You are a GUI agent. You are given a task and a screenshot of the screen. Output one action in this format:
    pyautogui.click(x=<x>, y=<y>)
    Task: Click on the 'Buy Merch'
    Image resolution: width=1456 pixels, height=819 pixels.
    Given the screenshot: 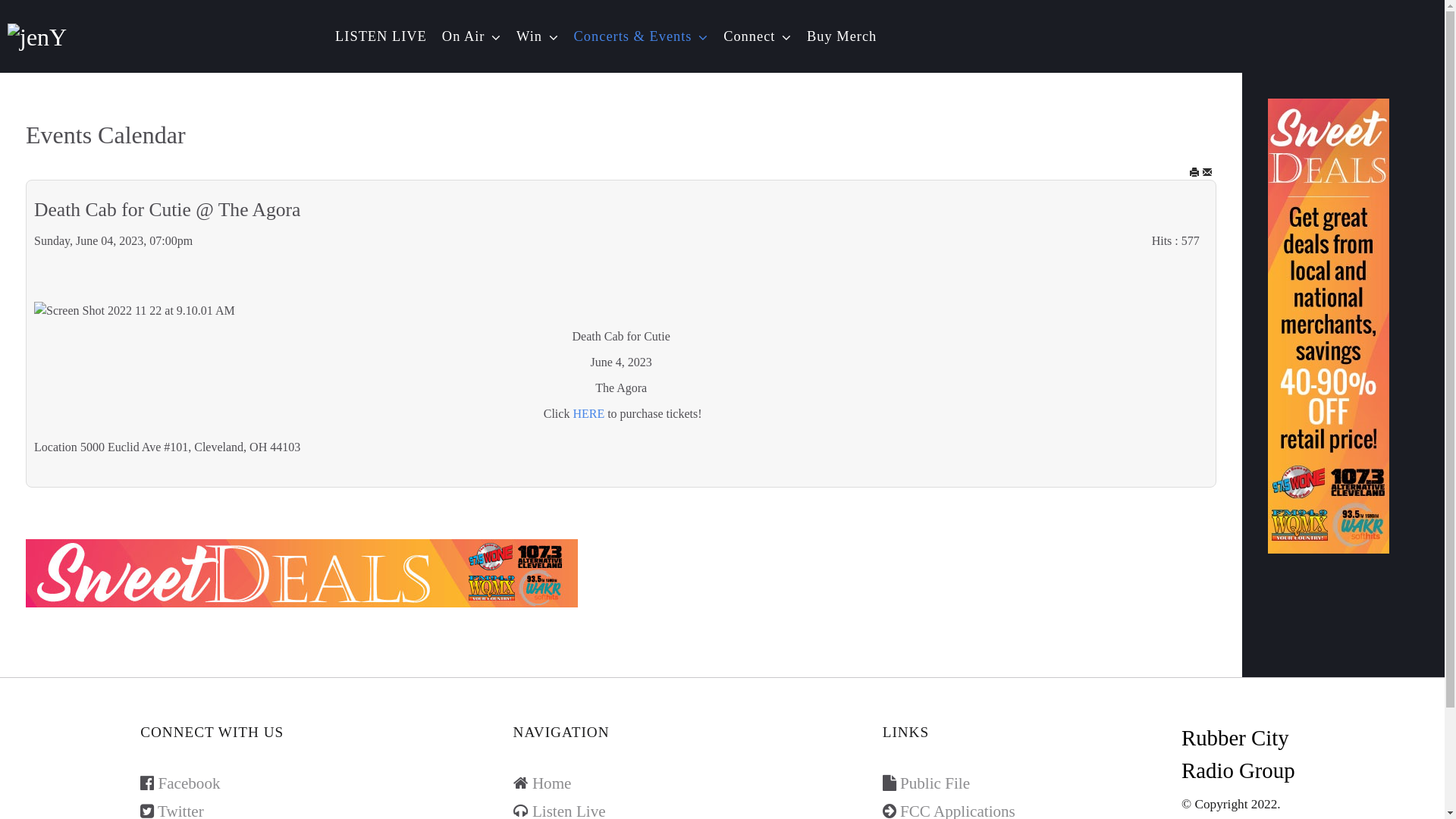 What is the action you would take?
    pyautogui.click(x=840, y=35)
    